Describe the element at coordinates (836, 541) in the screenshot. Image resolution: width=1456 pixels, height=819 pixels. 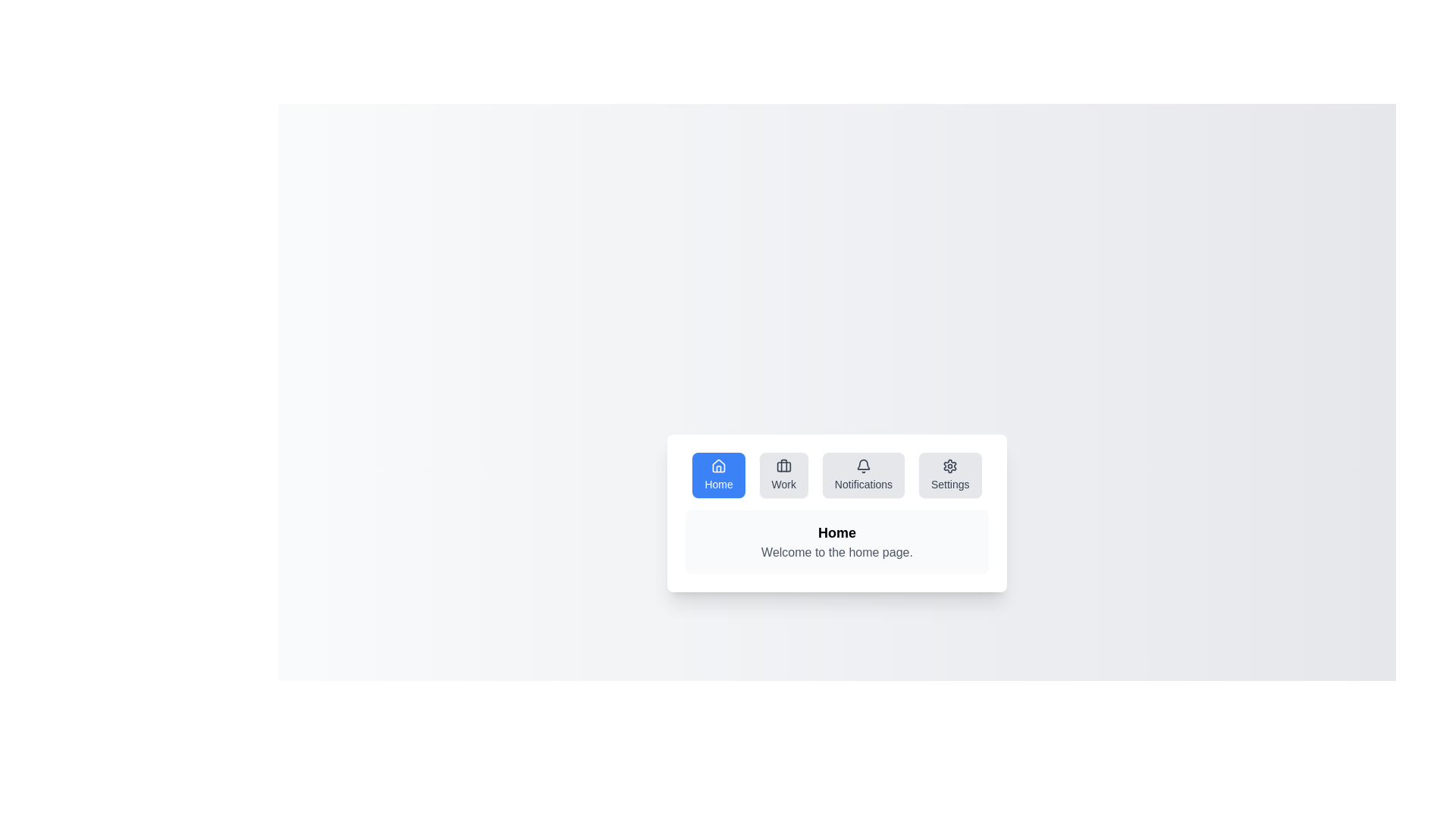
I see `the Text display area located below the navigation buttons labeled 'Home', 'Work', 'Notifications', and 'Settings', which serves as a static text display area for information about the current page` at that location.